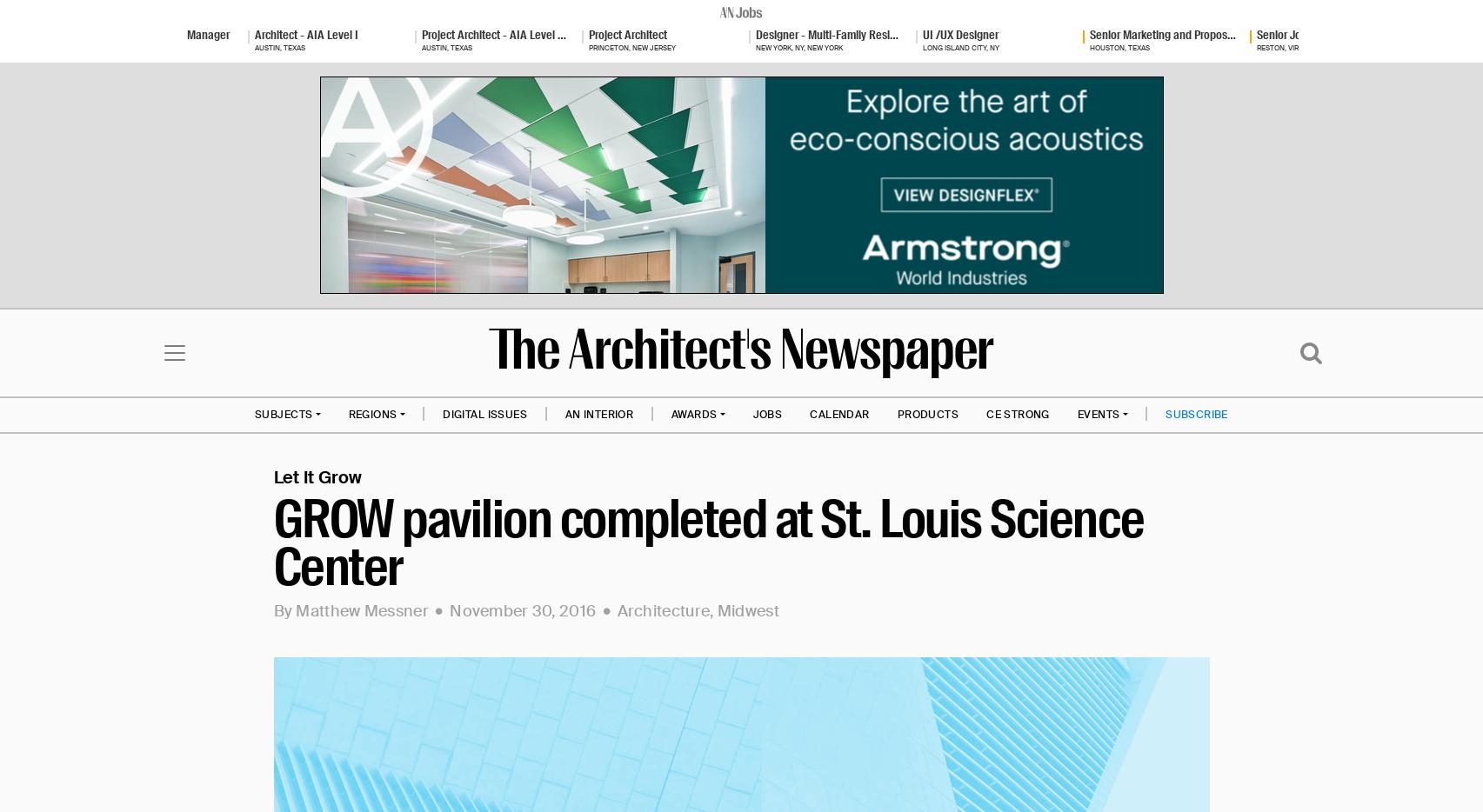  Describe the element at coordinates (157, 33) in the screenshot. I see `'Architectural Project Manager'` at that location.